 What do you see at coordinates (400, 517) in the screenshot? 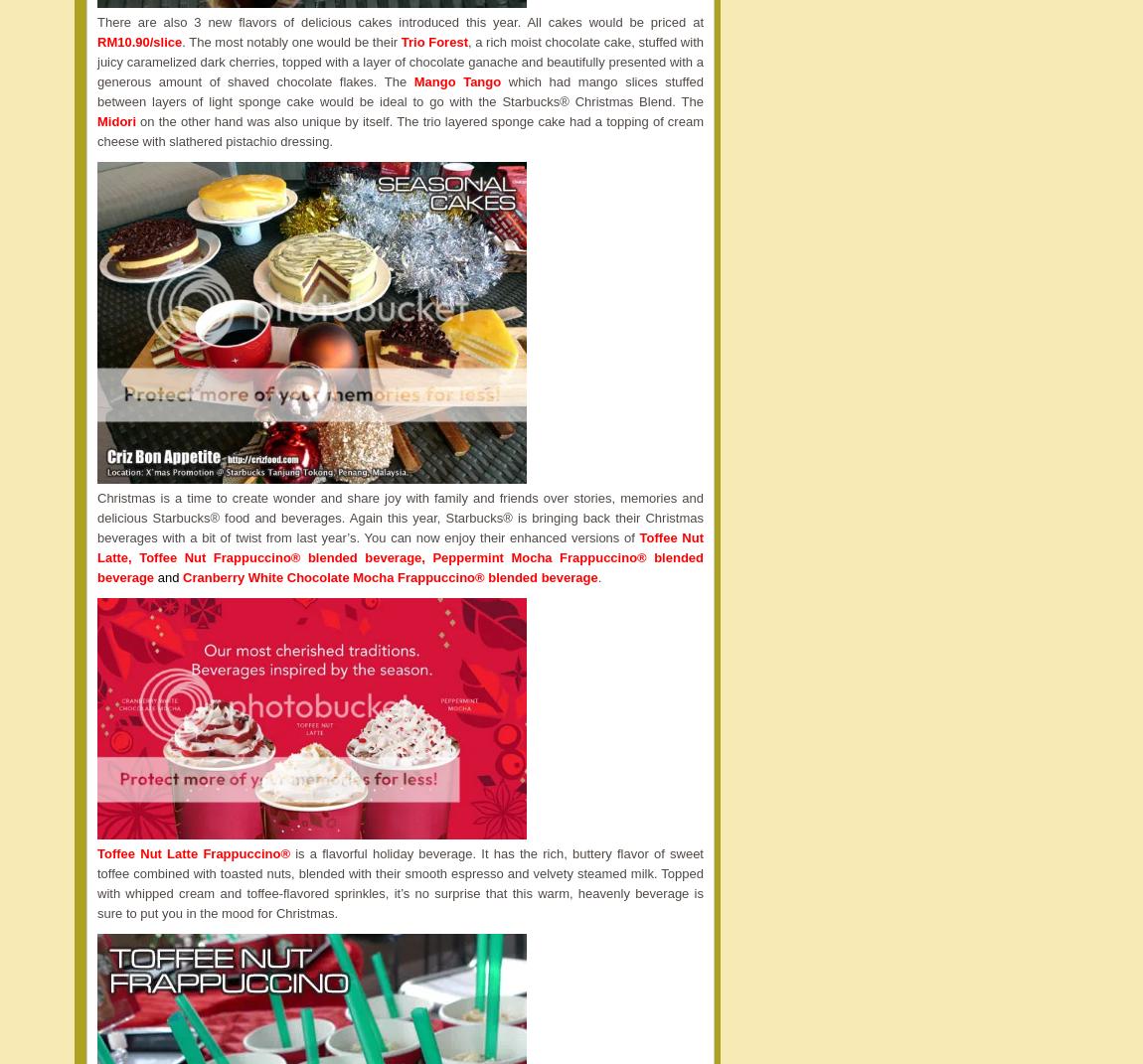
I see `'Christmas is a time to create wonder and share joy with family and friends over stories, memories and delicious Starbucks® food and beverages. Again this year, Starbucks® is bringing back their Christmas beverages with a bit of twist from last year’s. You can now enjoy their enhanced versions of'` at bounding box center [400, 517].